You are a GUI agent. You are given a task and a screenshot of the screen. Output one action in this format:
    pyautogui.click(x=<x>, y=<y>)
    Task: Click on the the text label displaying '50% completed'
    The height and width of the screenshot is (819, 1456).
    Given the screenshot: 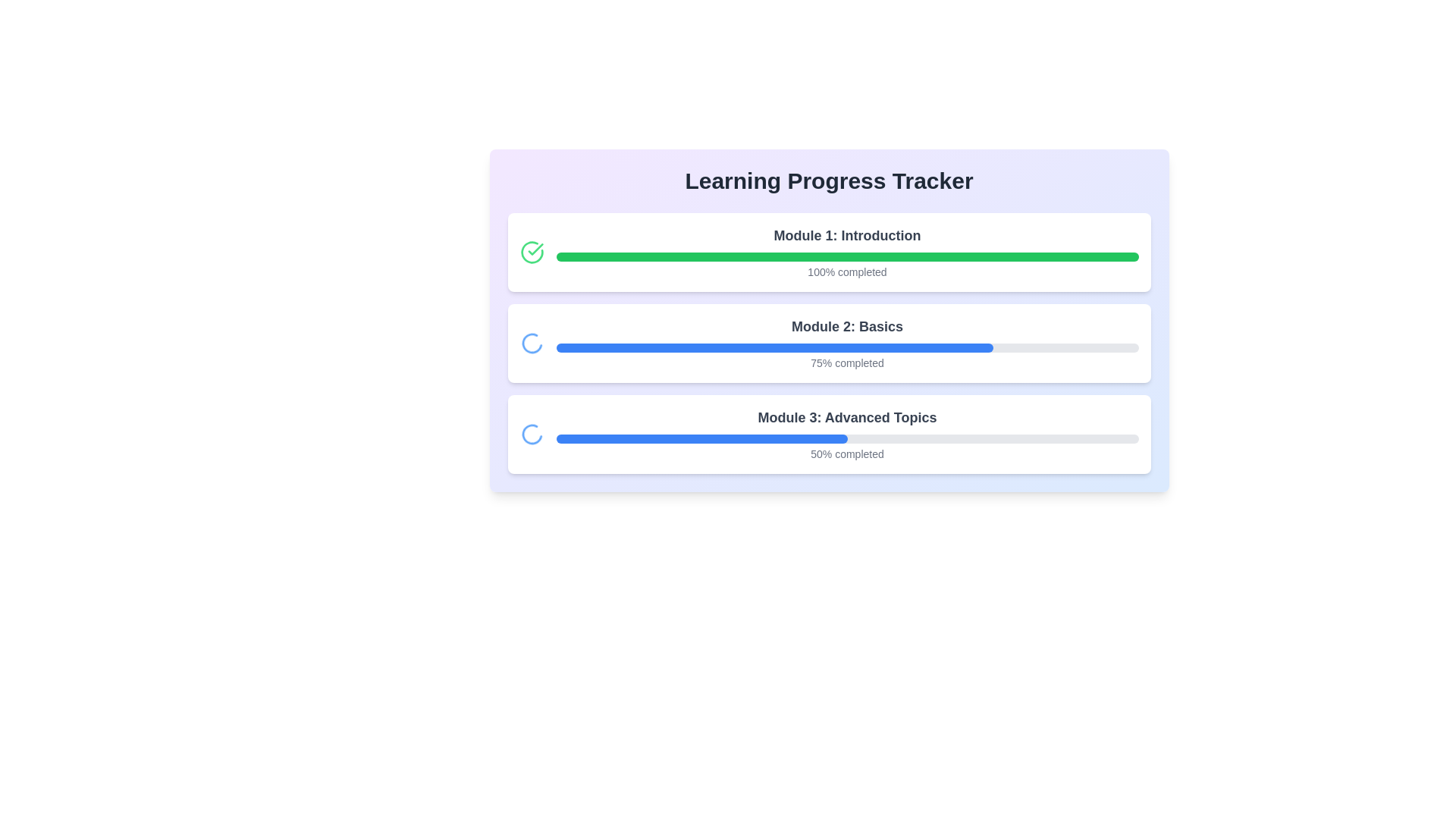 What is the action you would take?
    pyautogui.click(x=846, y=453)
    